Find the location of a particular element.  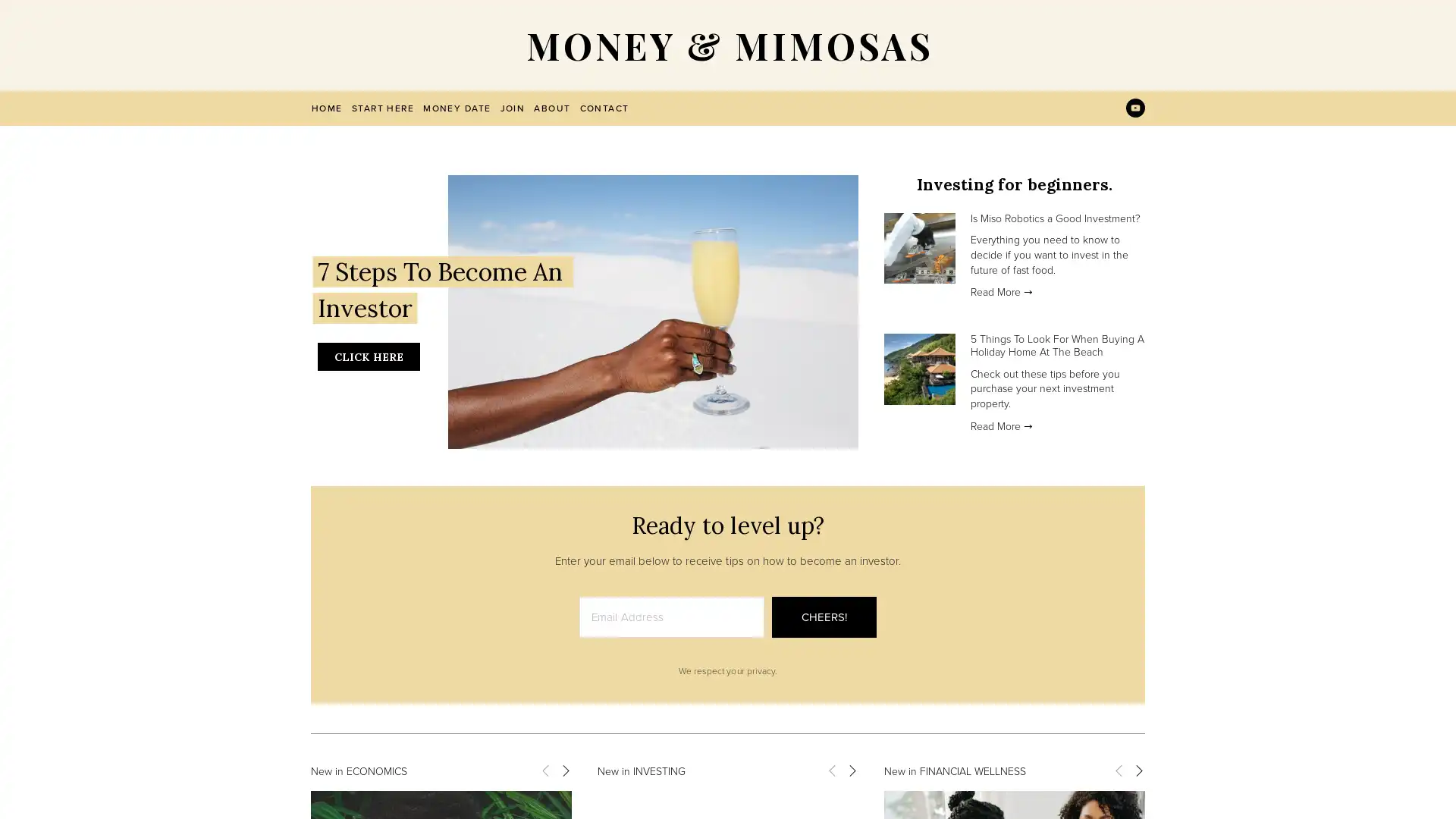

Previous is located at coordinates (545, 769).